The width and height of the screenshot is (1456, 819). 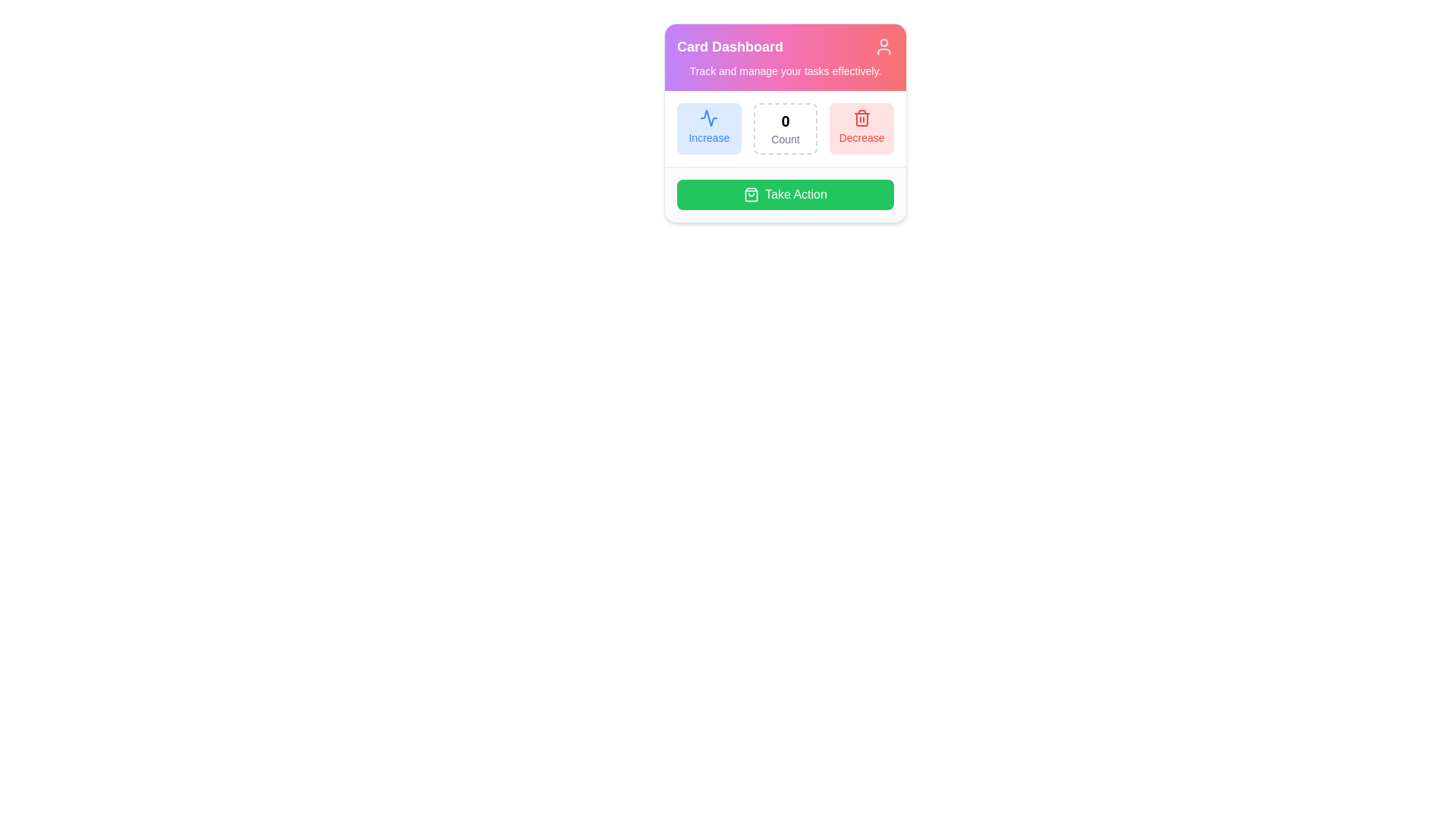 What do you see at coordinates (861, 117) in the screenshot?
I see `the trash can icon located at the top center of the 'Decrease' button, which is part of the user action group including 'Increase' and 'Count'` at bounding box center [861, 117].